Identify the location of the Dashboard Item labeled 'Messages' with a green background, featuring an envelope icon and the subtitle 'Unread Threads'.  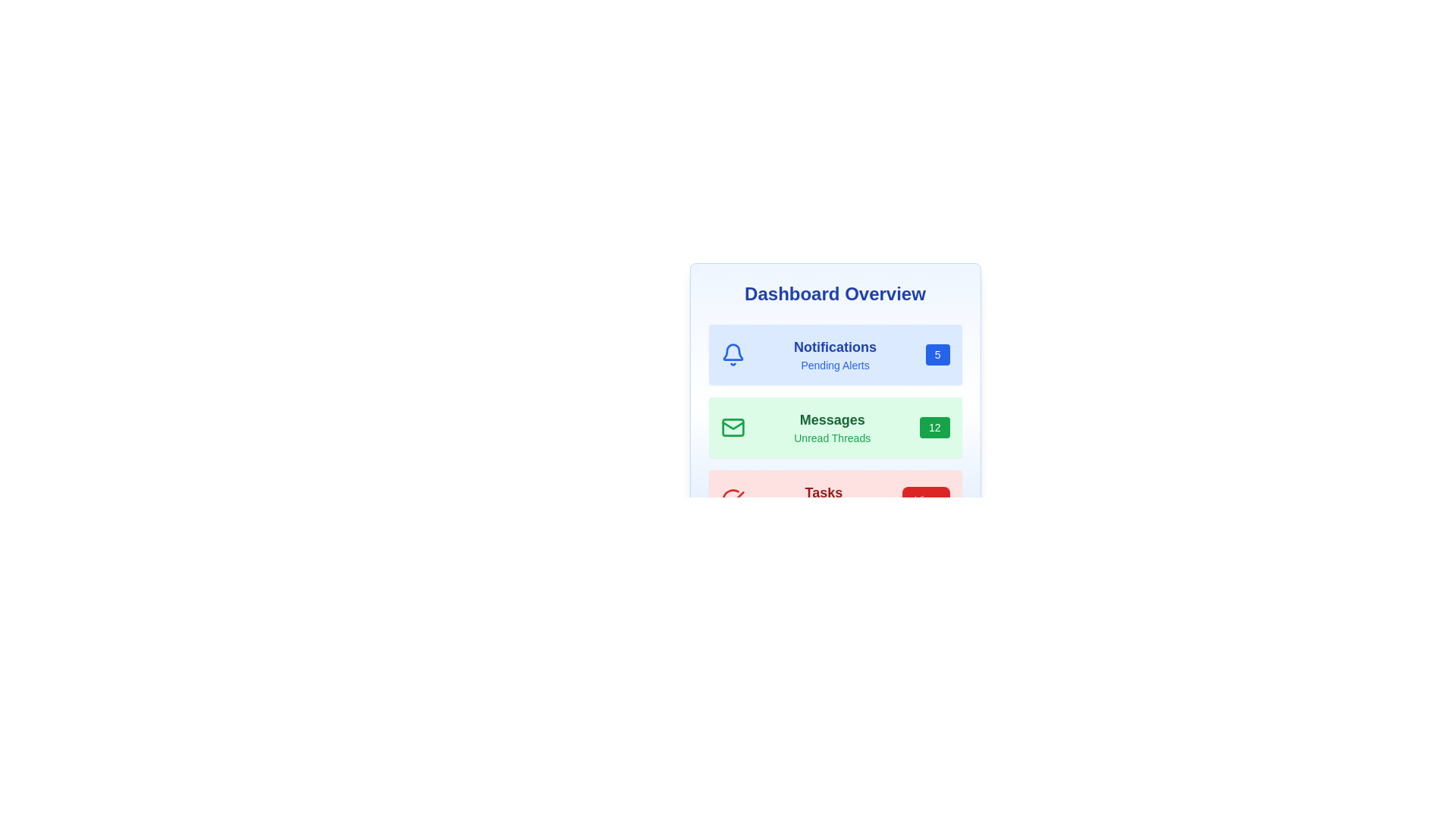
(834, 427).